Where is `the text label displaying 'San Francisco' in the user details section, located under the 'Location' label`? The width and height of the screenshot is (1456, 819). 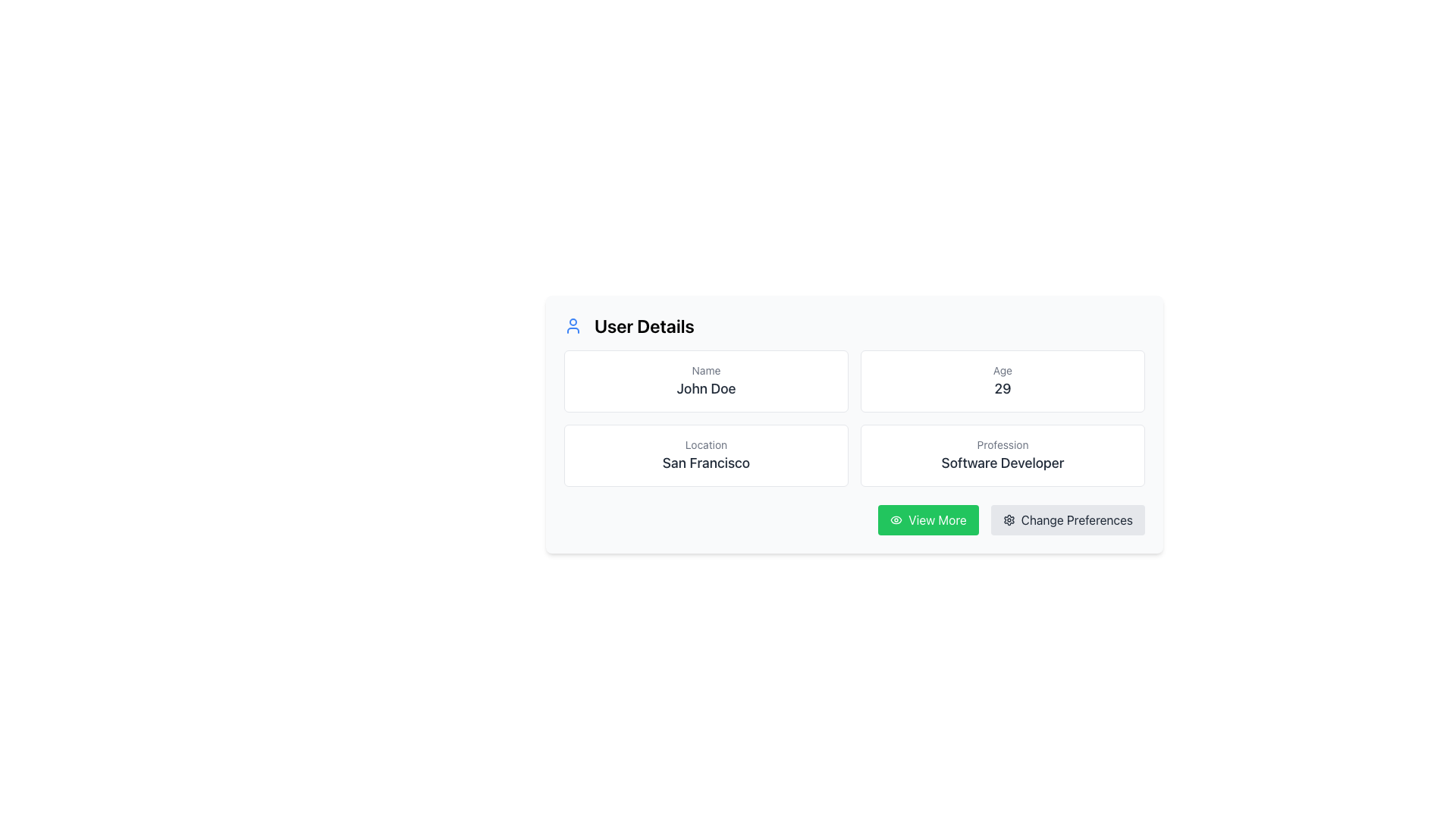 the text label displaying 'San Francisco' in the user details section, located under the 'Location' label is located at coordinates (705, 462).